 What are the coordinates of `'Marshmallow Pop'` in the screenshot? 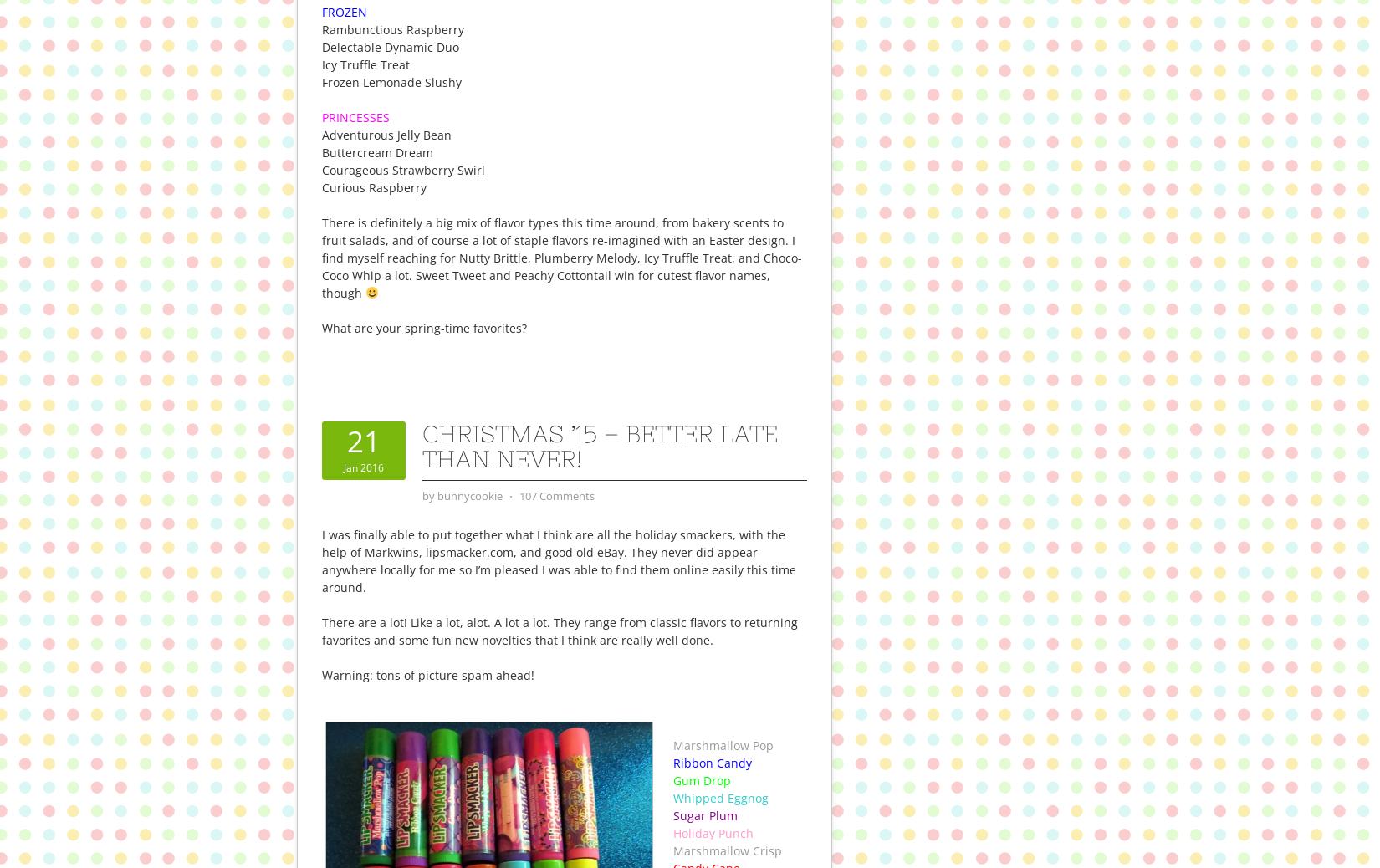 It's located at (723, 744).